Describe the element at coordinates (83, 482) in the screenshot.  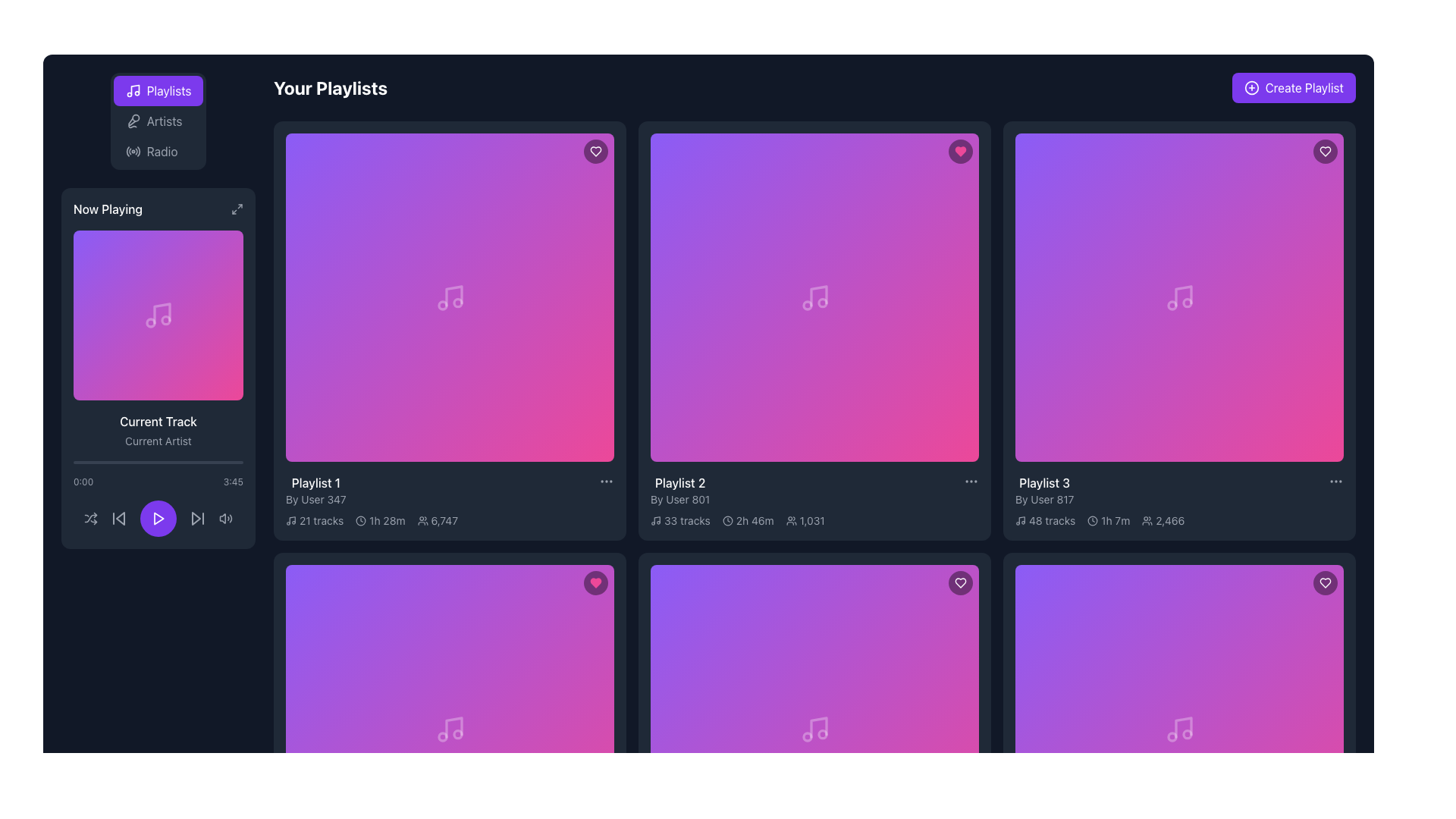
I see `the text label displaying '0:00' in a small, gray font located in the 'Now Playing' section, beneath the artwork and track information` at that location.